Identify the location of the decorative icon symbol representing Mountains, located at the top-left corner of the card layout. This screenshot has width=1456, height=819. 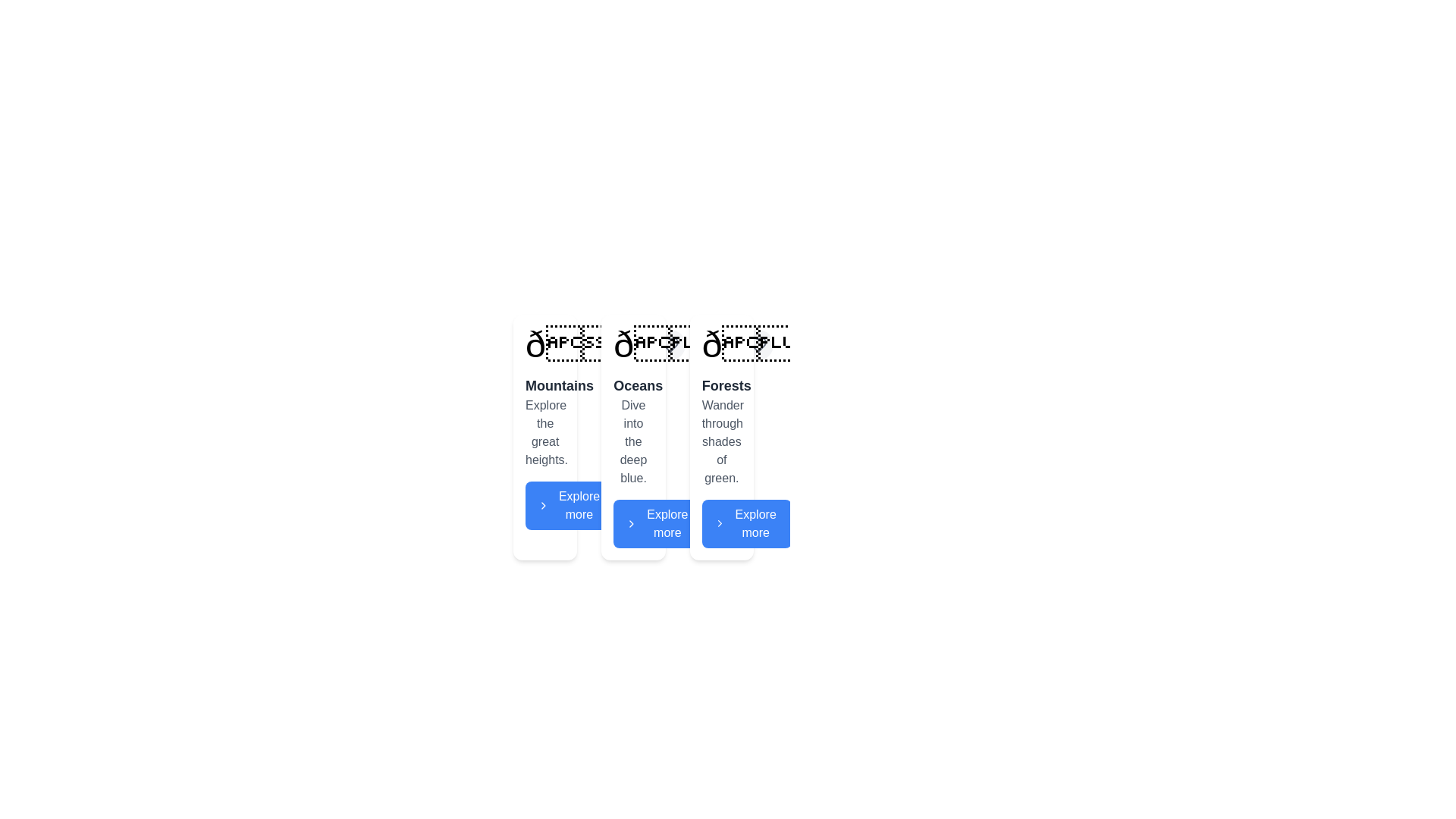
(545, 345).